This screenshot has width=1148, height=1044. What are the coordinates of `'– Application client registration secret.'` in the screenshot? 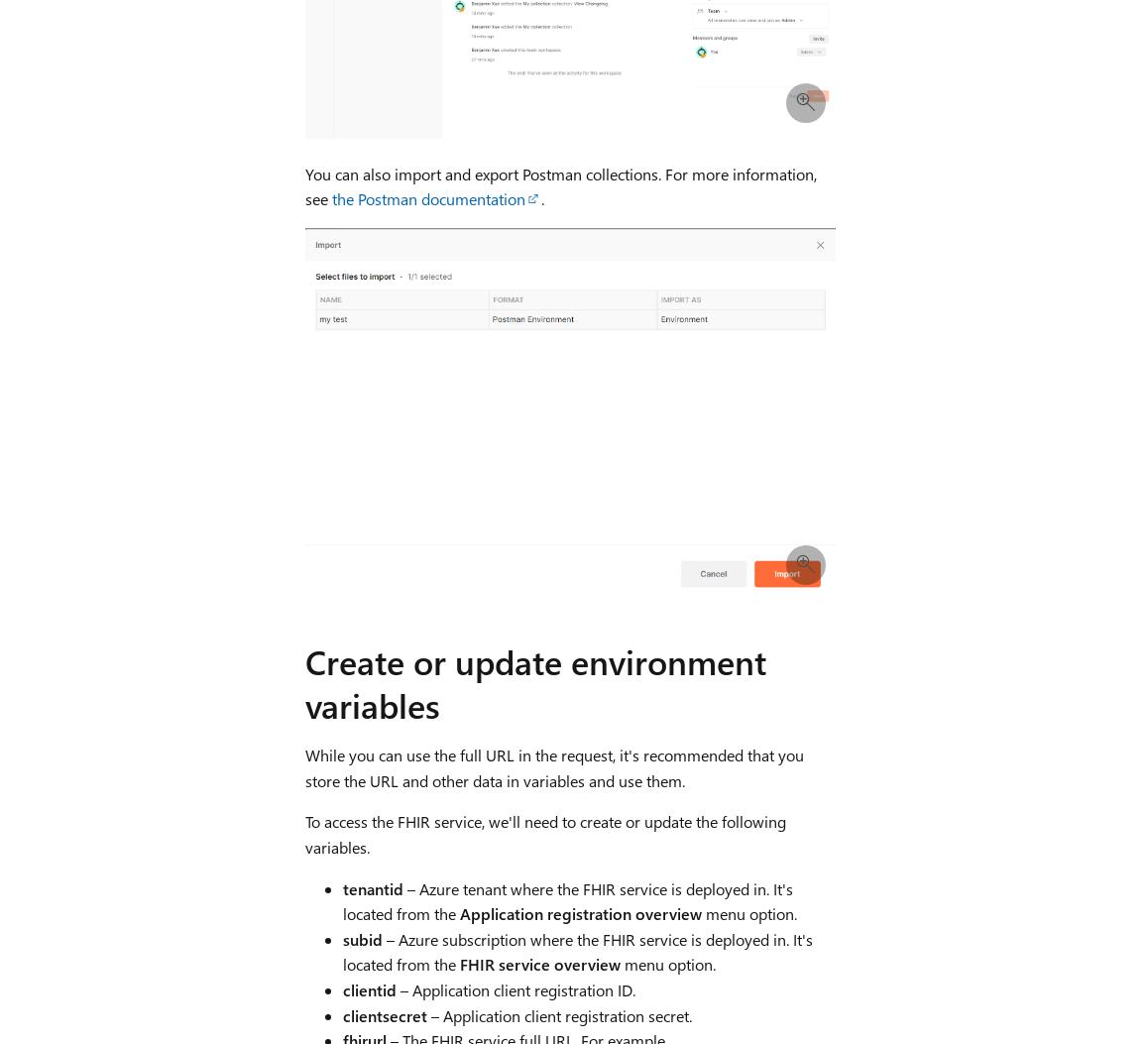 It's located at (558, 1013).